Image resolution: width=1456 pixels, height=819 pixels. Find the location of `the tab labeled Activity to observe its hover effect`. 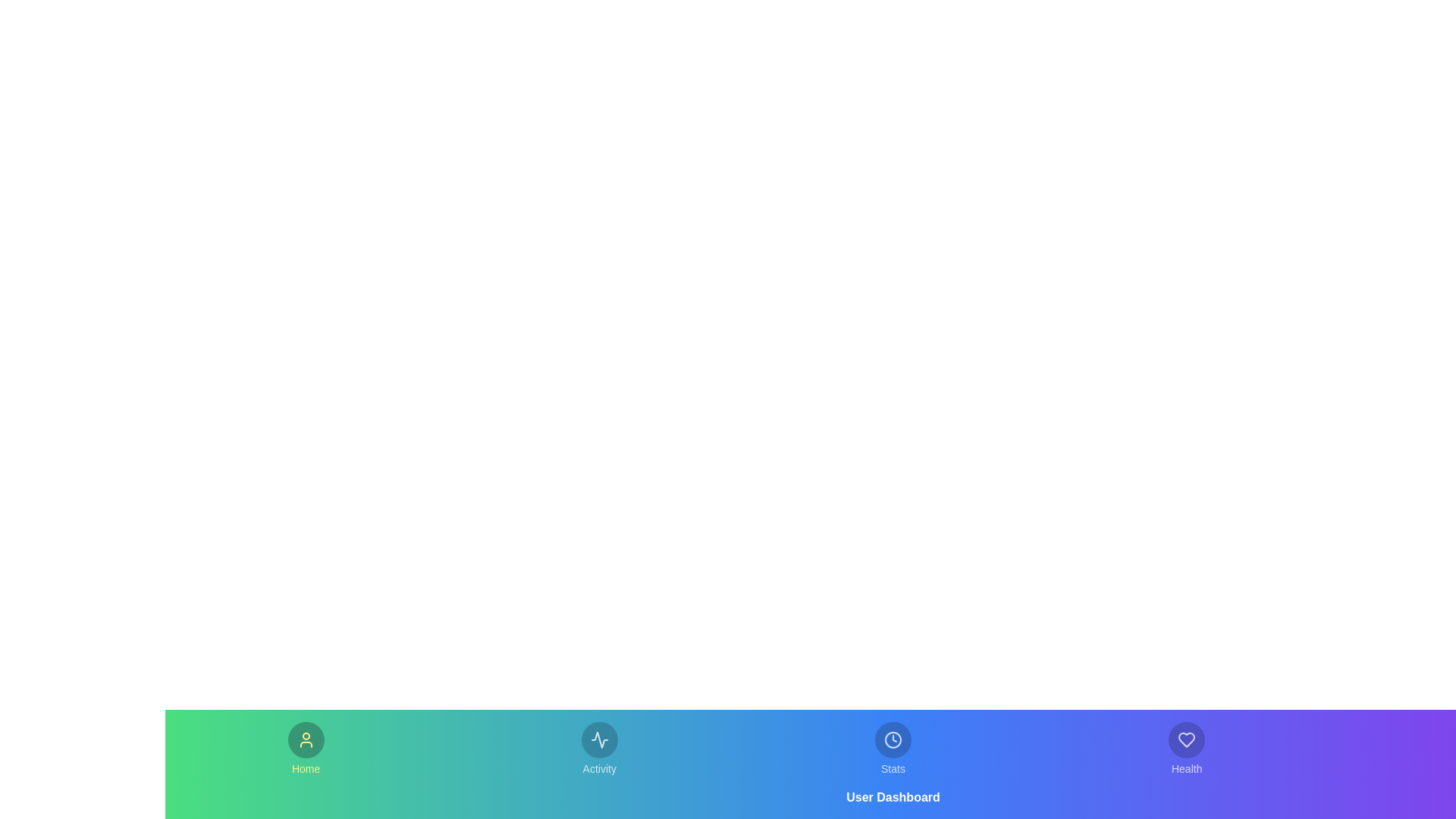

the tab labeled Activity to observe its hover effect is located at coordinates (598, 748).